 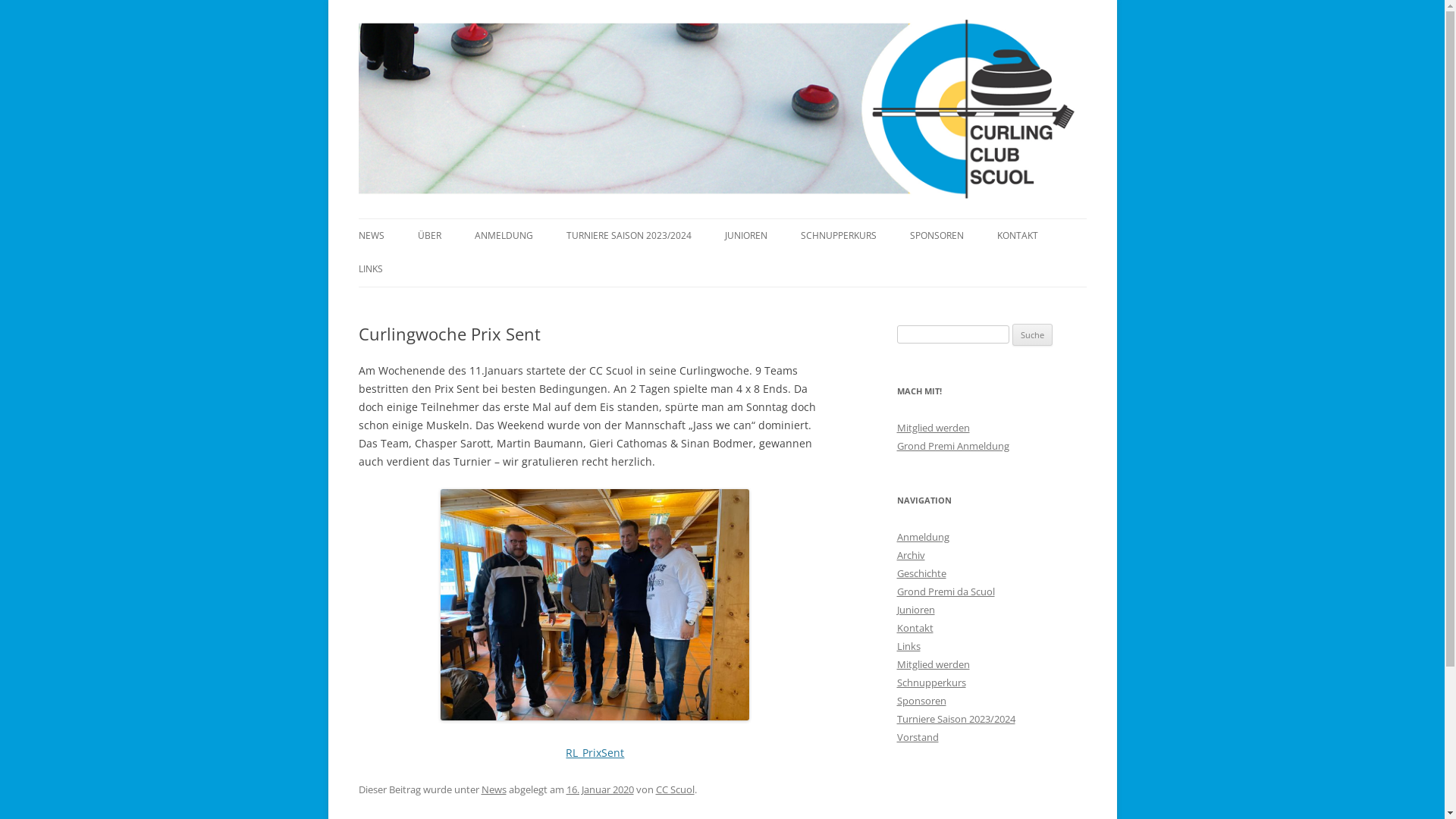 I want to click on 'Geschichte', so click(x=920, y=573).